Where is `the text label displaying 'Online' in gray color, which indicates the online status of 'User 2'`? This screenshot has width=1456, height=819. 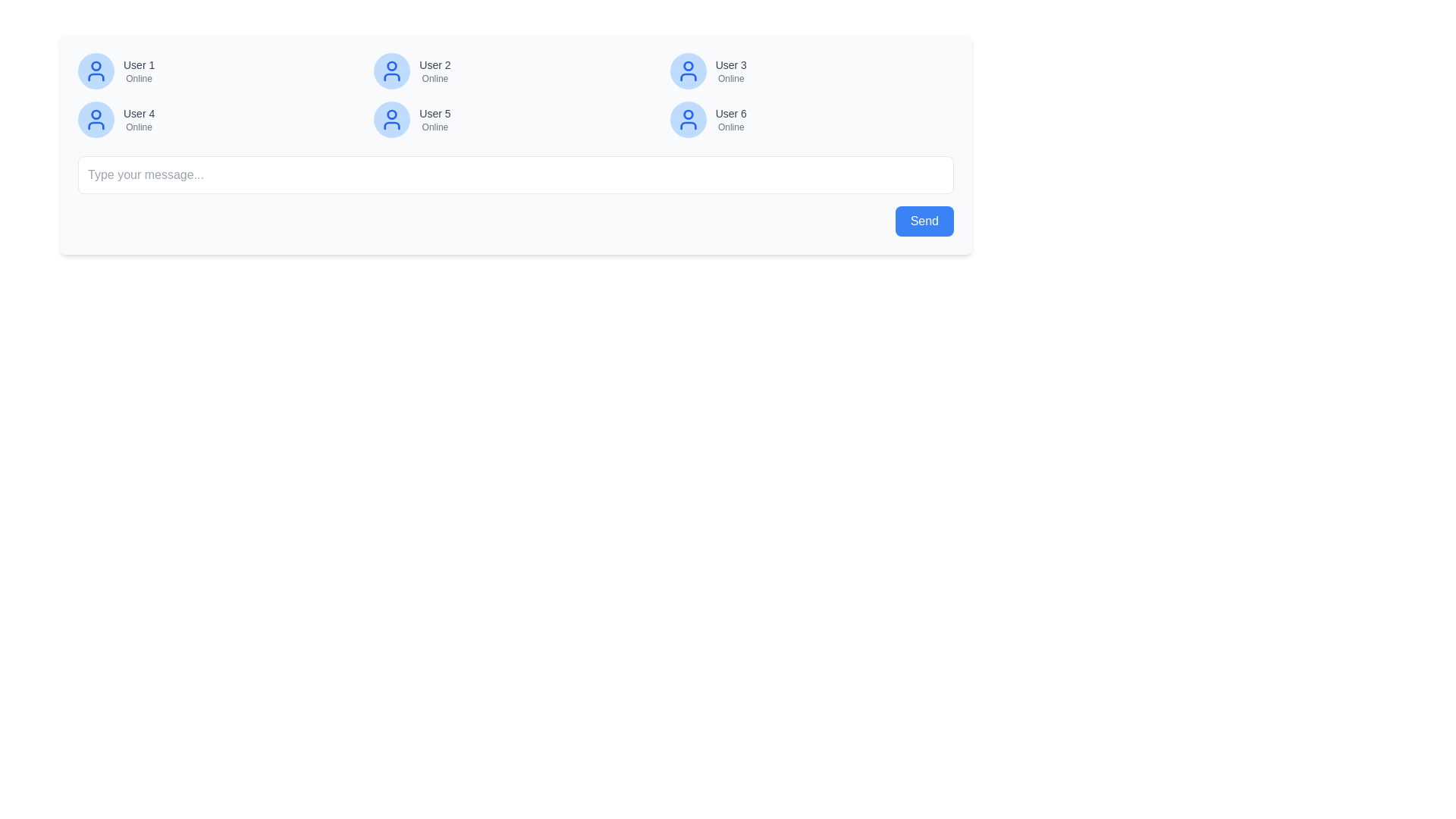
the text label displaying 'Online' in gray color, which indicates the online status of 'User 2' is located at coordinates (434, 79).